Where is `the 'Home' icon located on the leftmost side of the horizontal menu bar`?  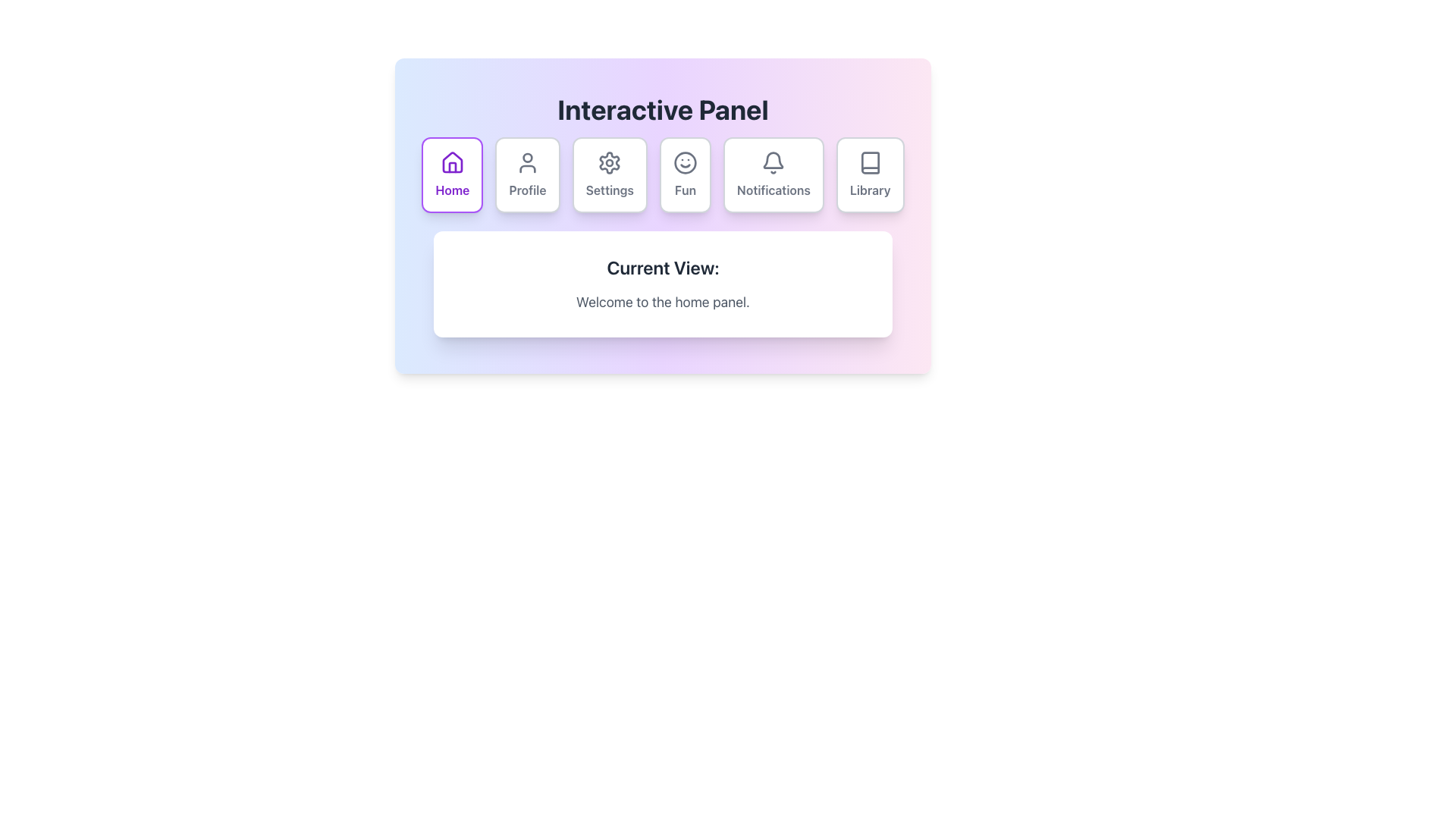 the 'Home' icon located on the leftmost side of the horizontal menu bar is located at coordinates (451, 162).